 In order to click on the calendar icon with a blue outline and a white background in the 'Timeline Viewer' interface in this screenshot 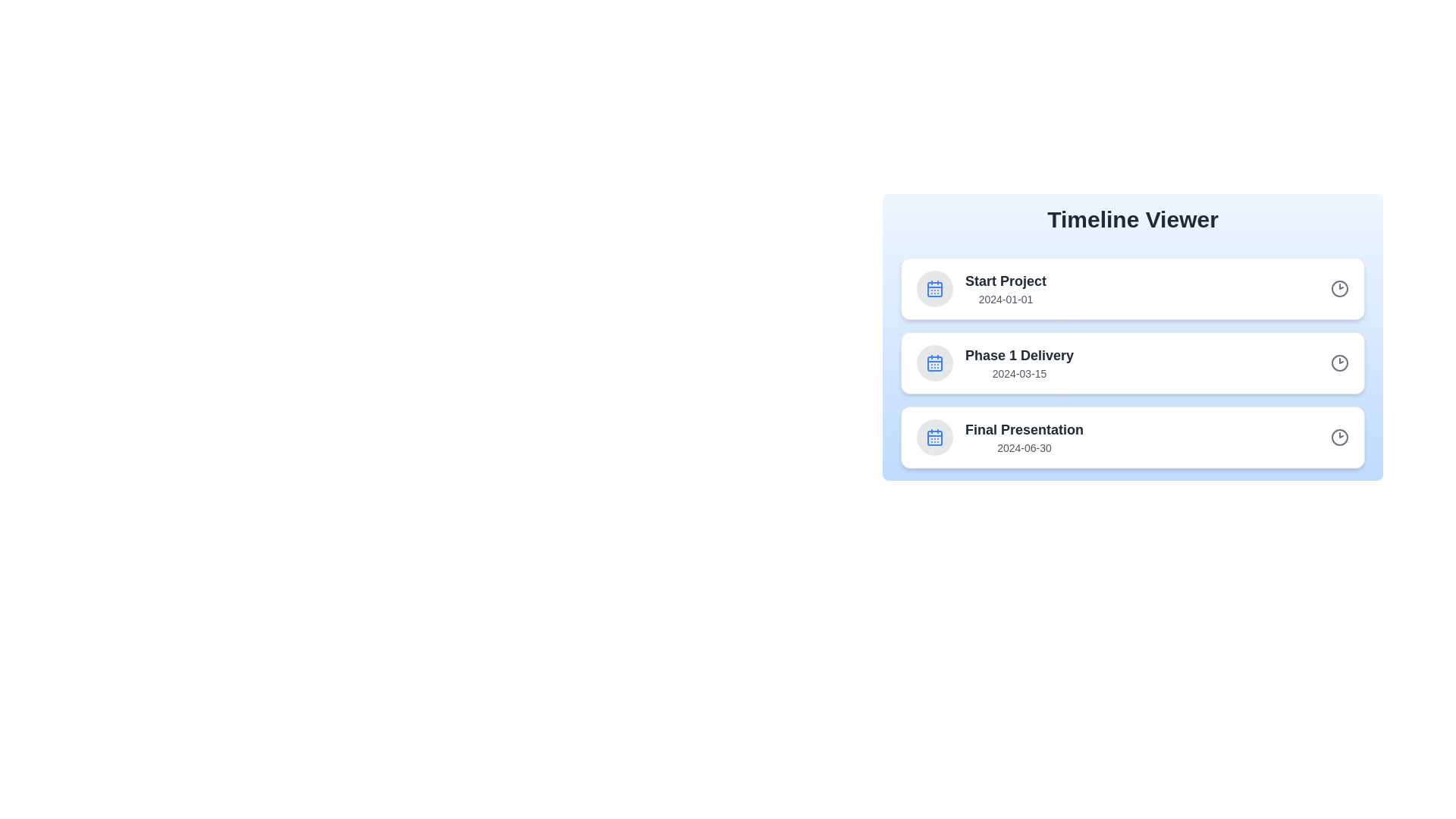, I will do `click(934, 362)`.